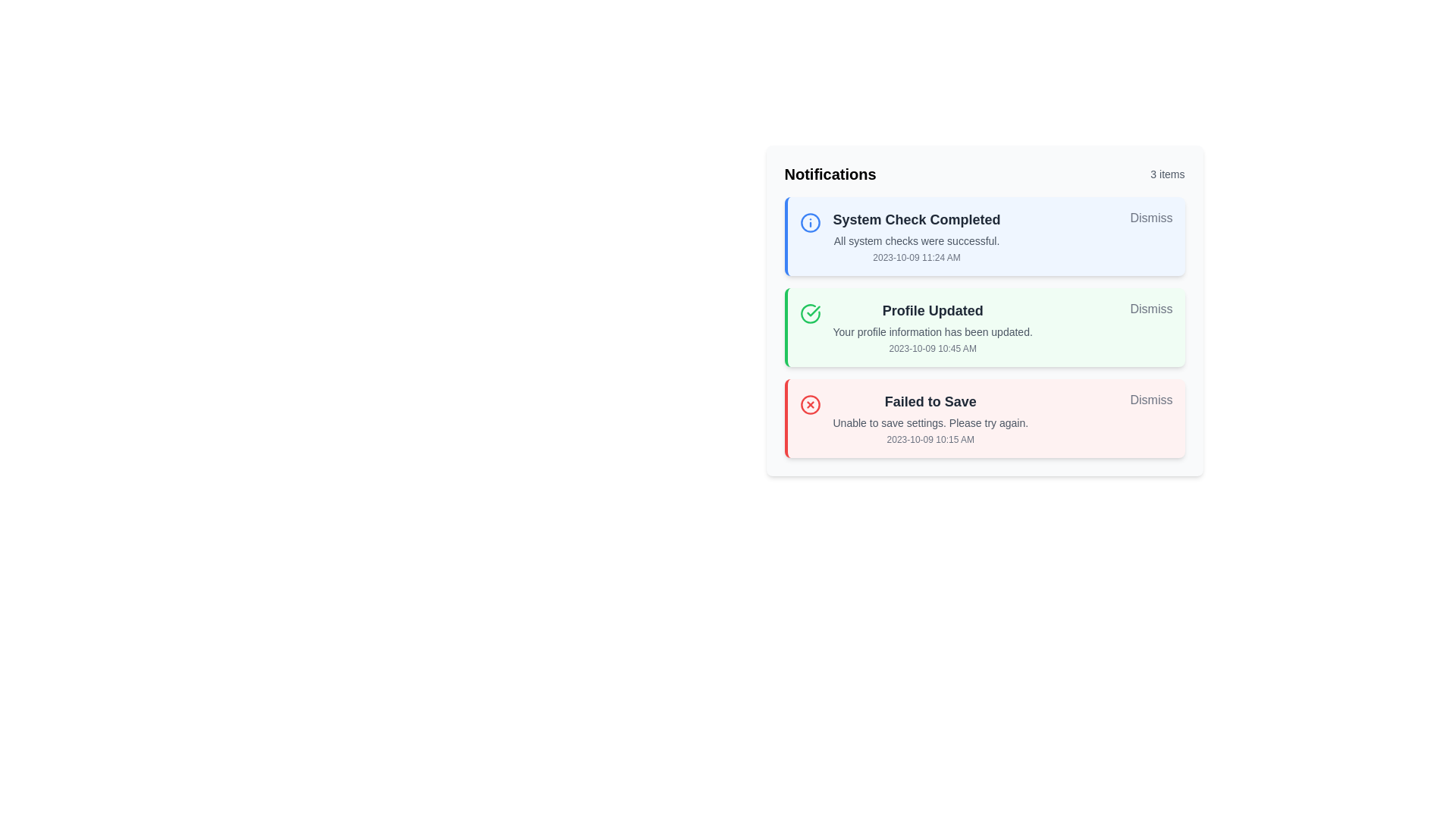 The width and height of the screenshot is (1456, 819). What do you see at coordinates (809, 222) in the screenshot?
I see `the informational message icon located in the 'System Check Completed' notification card, positioned to the left of the text content and aligned with the heading text` at bounding box center [809, 222].